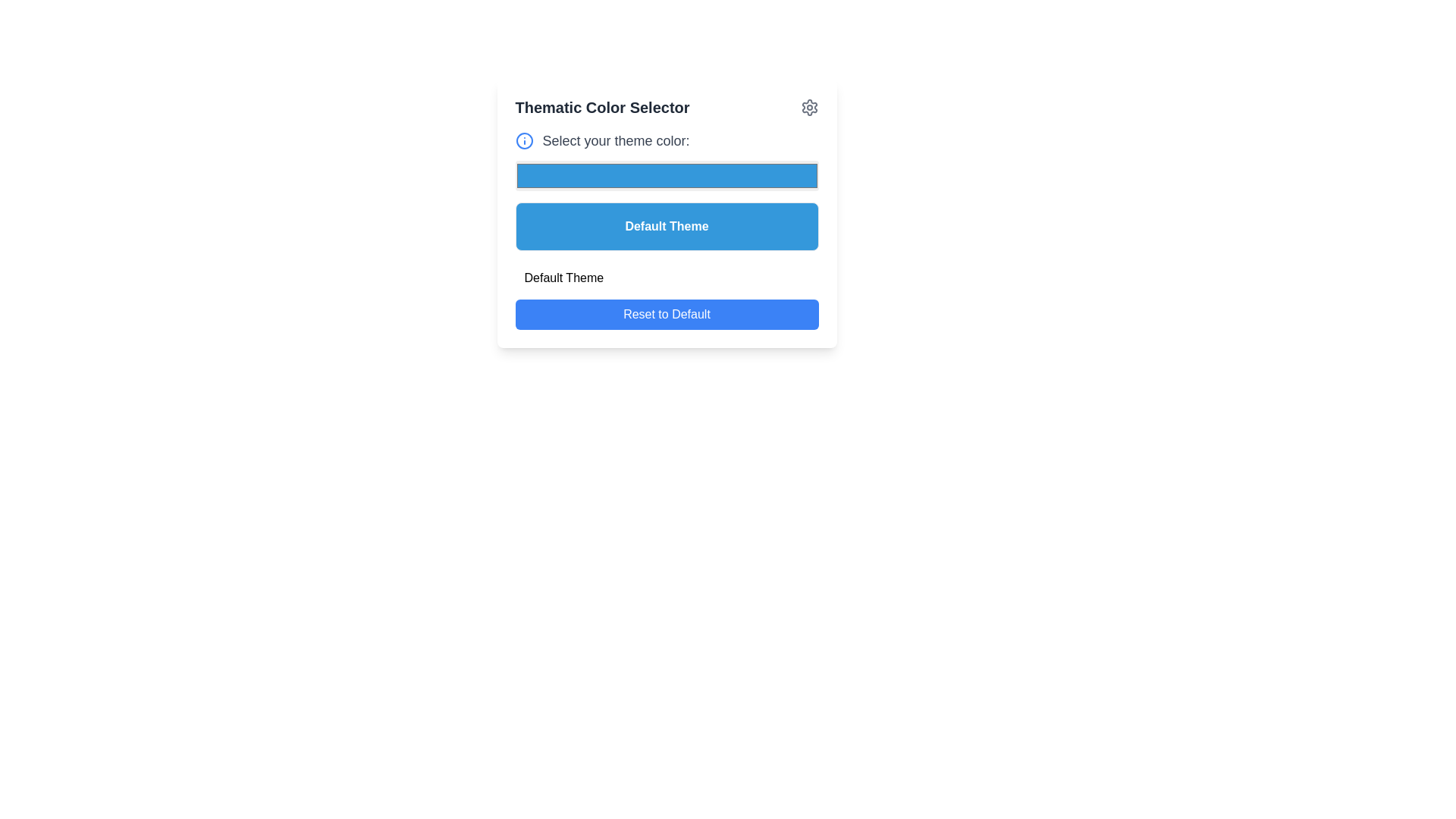 The width and height of the screenshot is (1456, 819). Describe the element at coordinates (601, 107) in the screenshot. I see `the text label styled prominently with a large bold font reading 'Thematic Color Selector', which is located at the top of the thematic configuration panel` at that location.